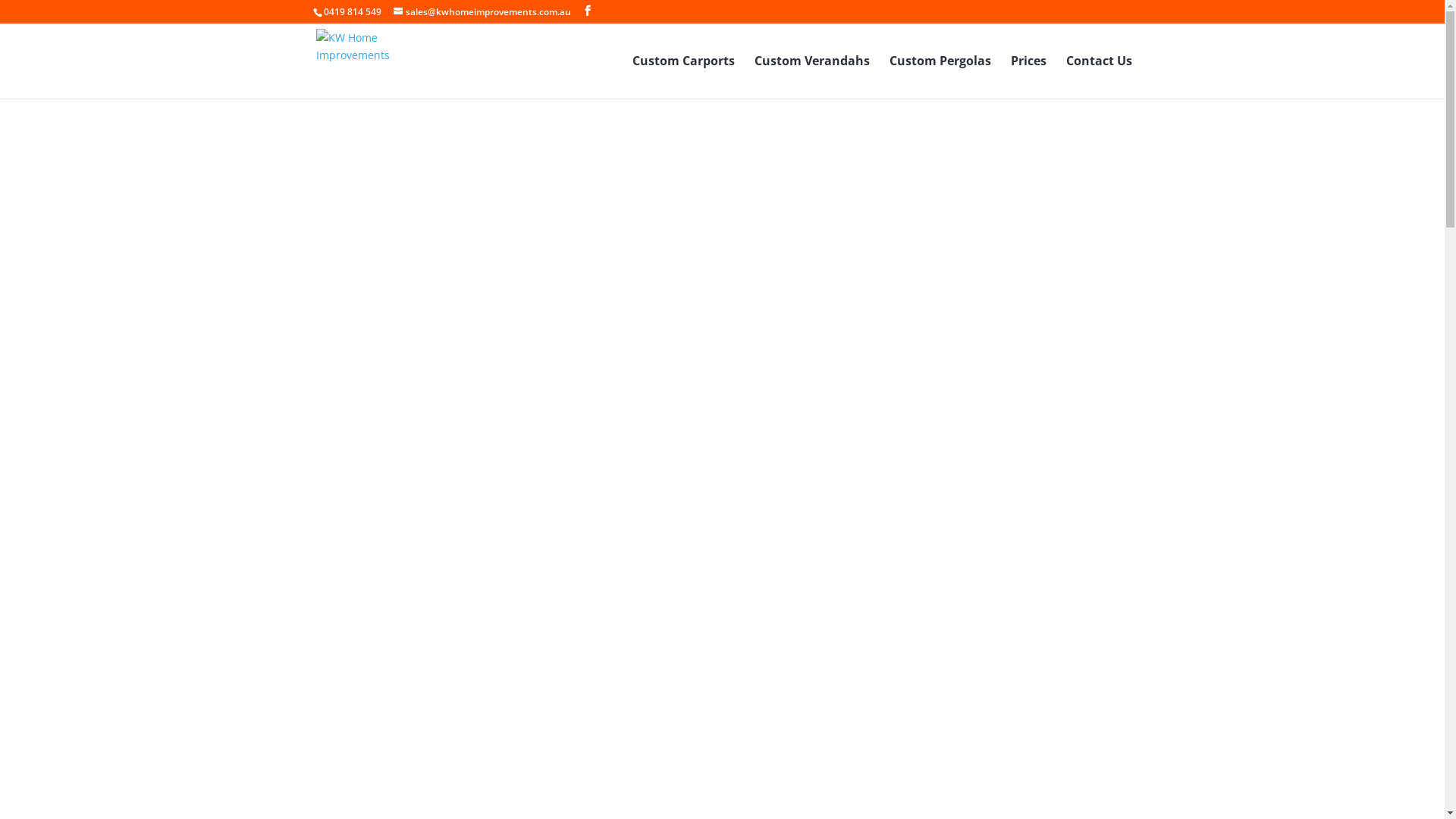 The width and height of the screenshot is (1456, 819). I want to click on 'Prices', so click(1028, 77).